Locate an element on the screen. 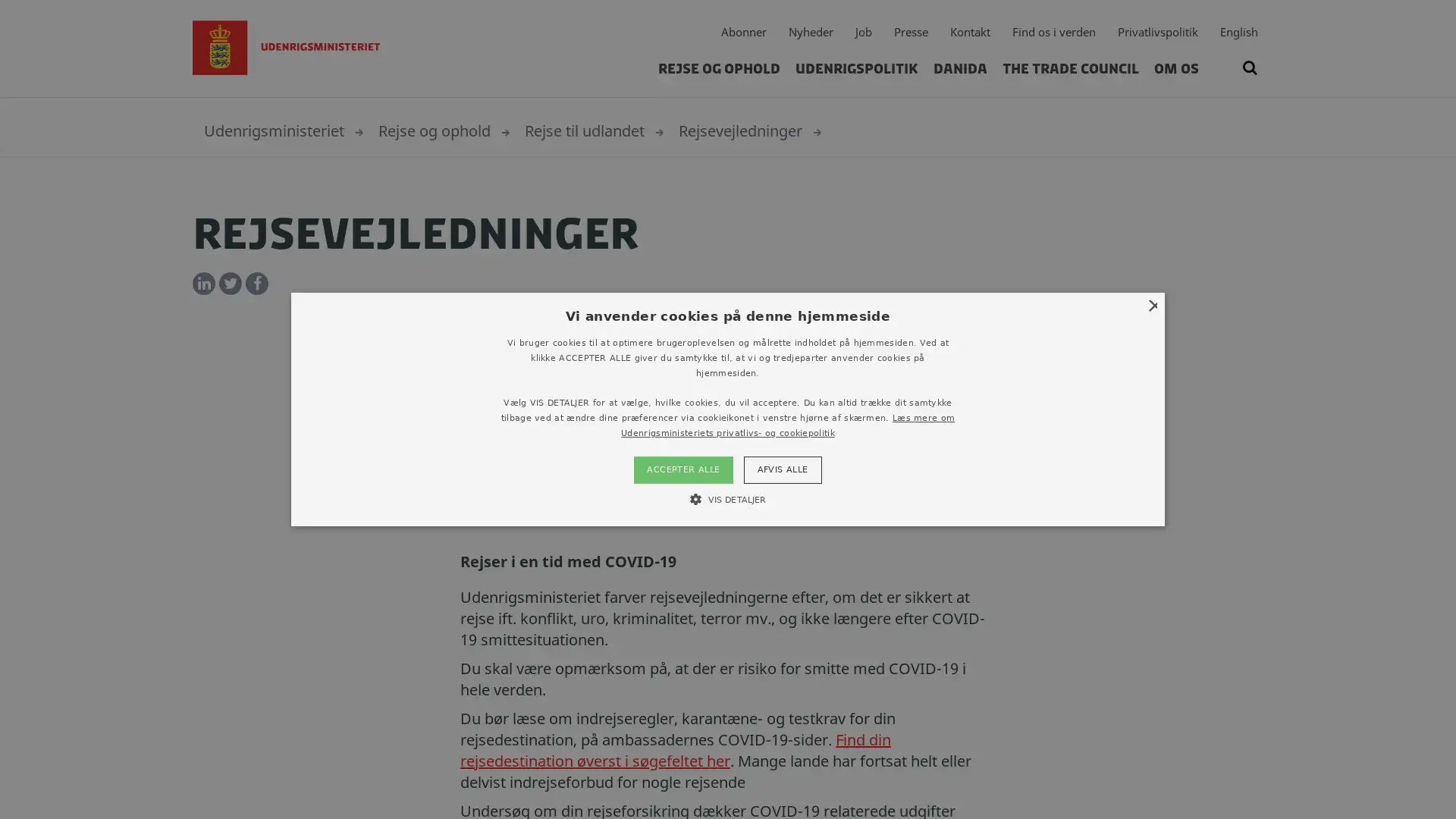  VIS DETALJER is located at coordinates (726, 498).